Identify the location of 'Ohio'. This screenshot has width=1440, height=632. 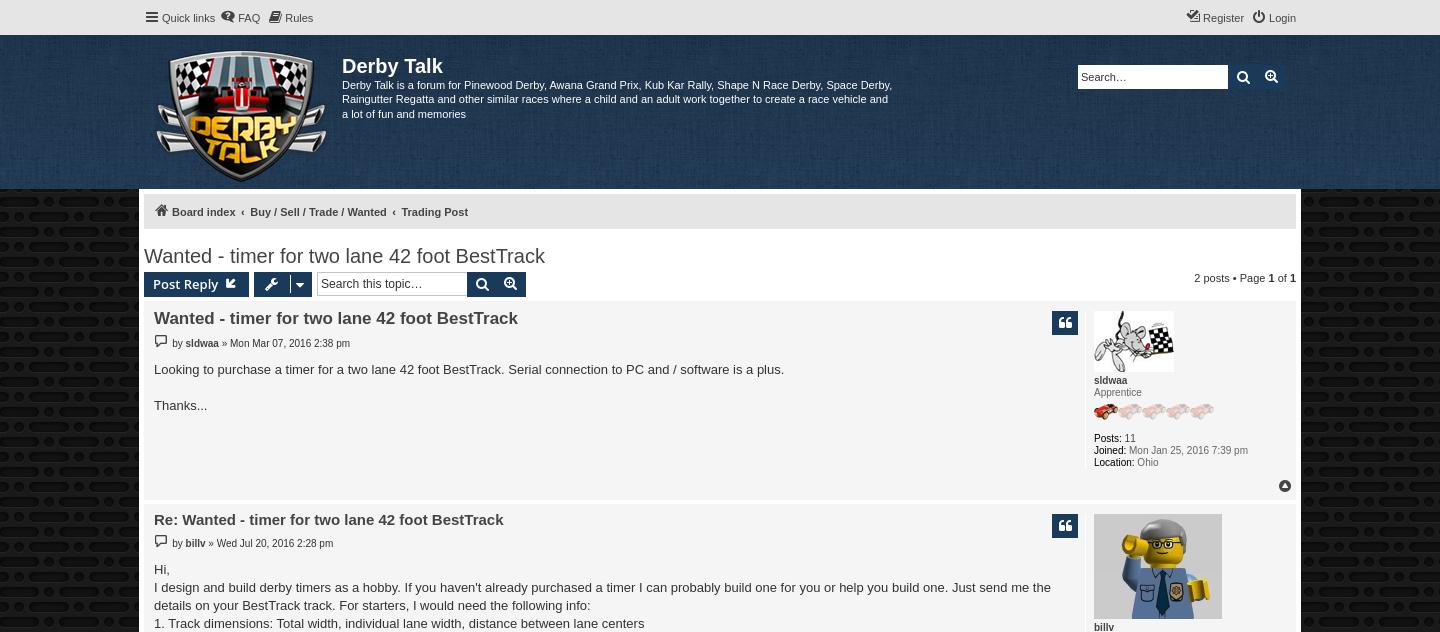
(1145, 460).